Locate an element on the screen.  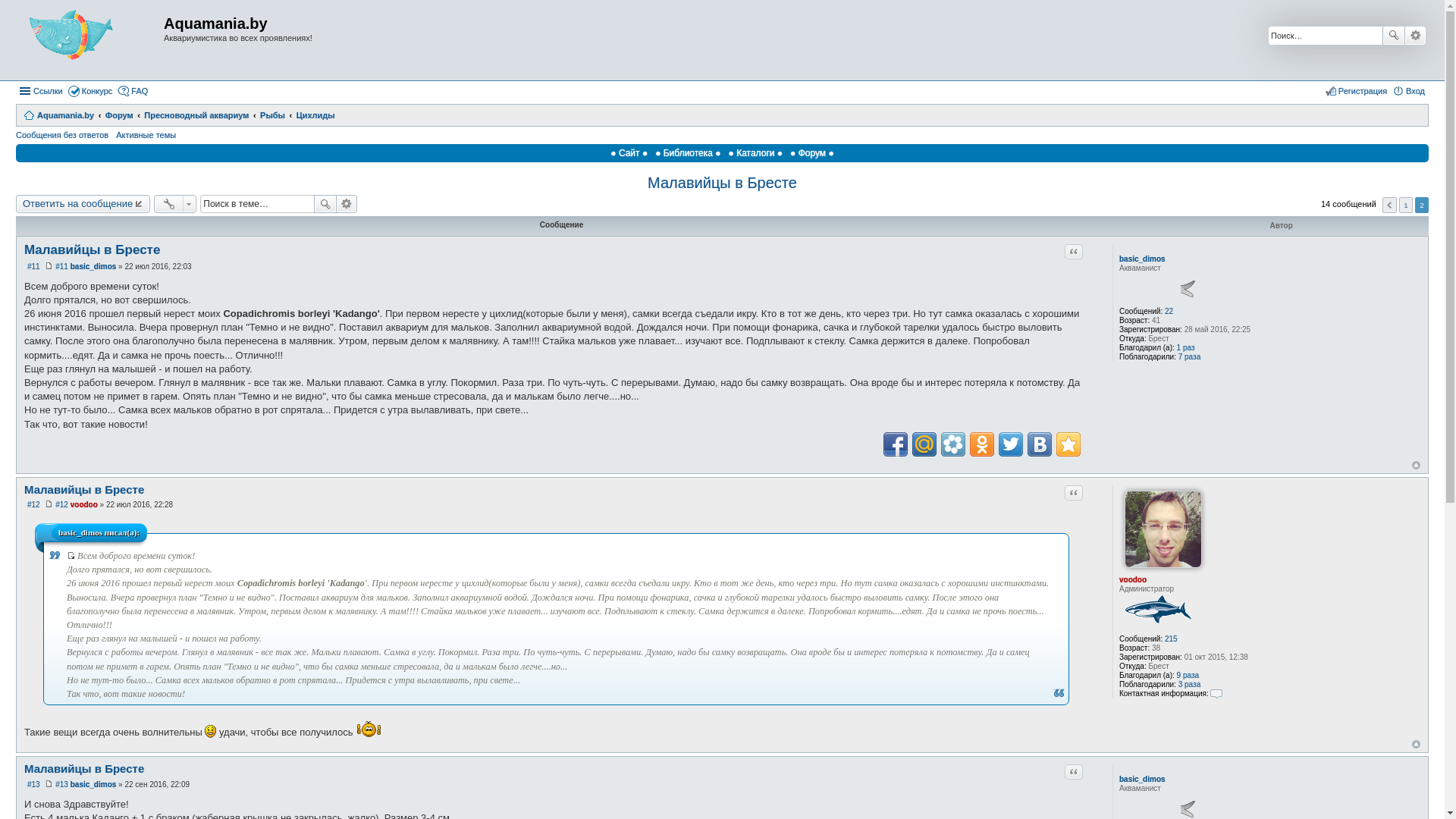
'voodoo' is located at coordinates (83, 504).